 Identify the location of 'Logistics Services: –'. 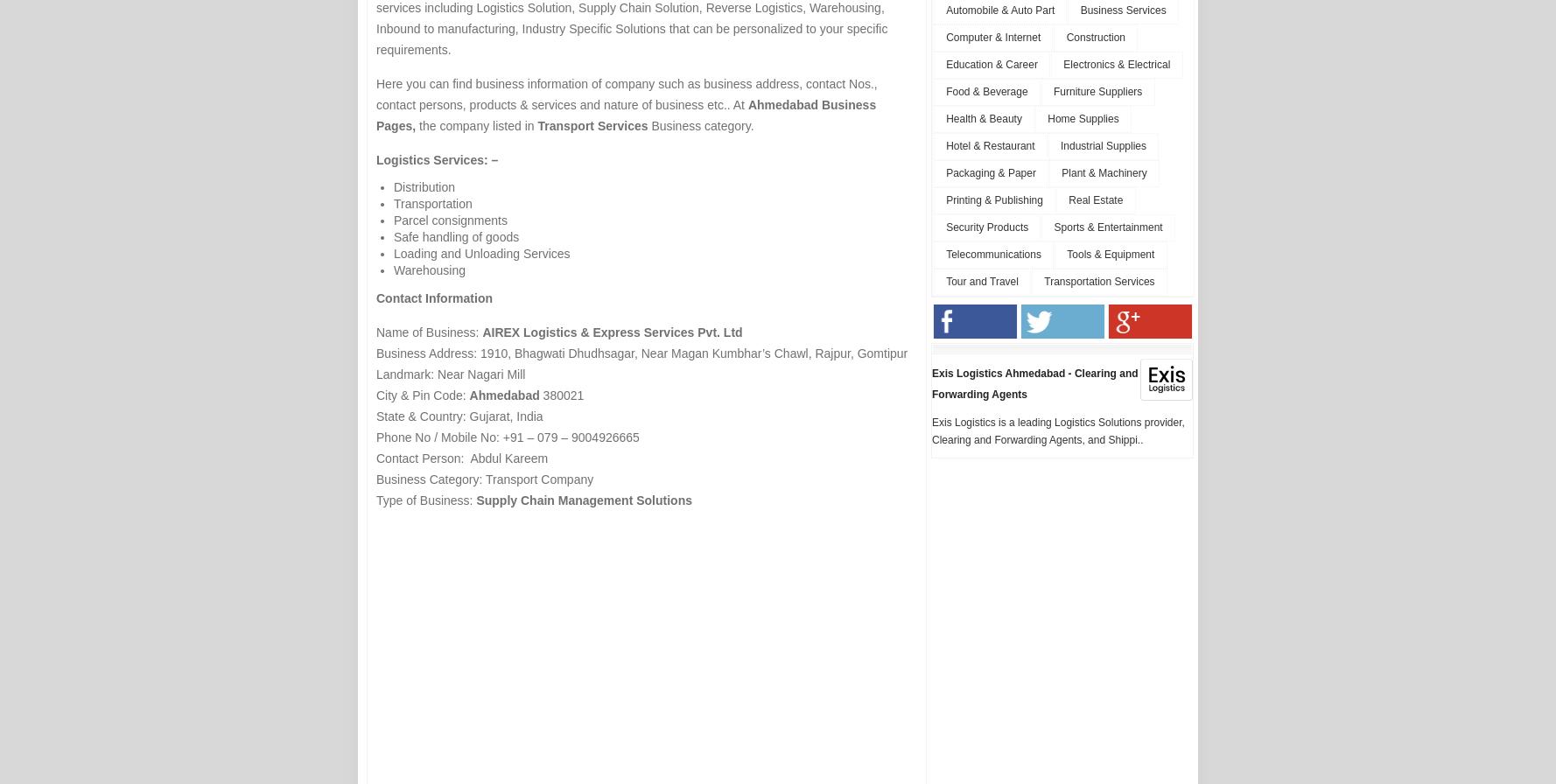
(375, 159).